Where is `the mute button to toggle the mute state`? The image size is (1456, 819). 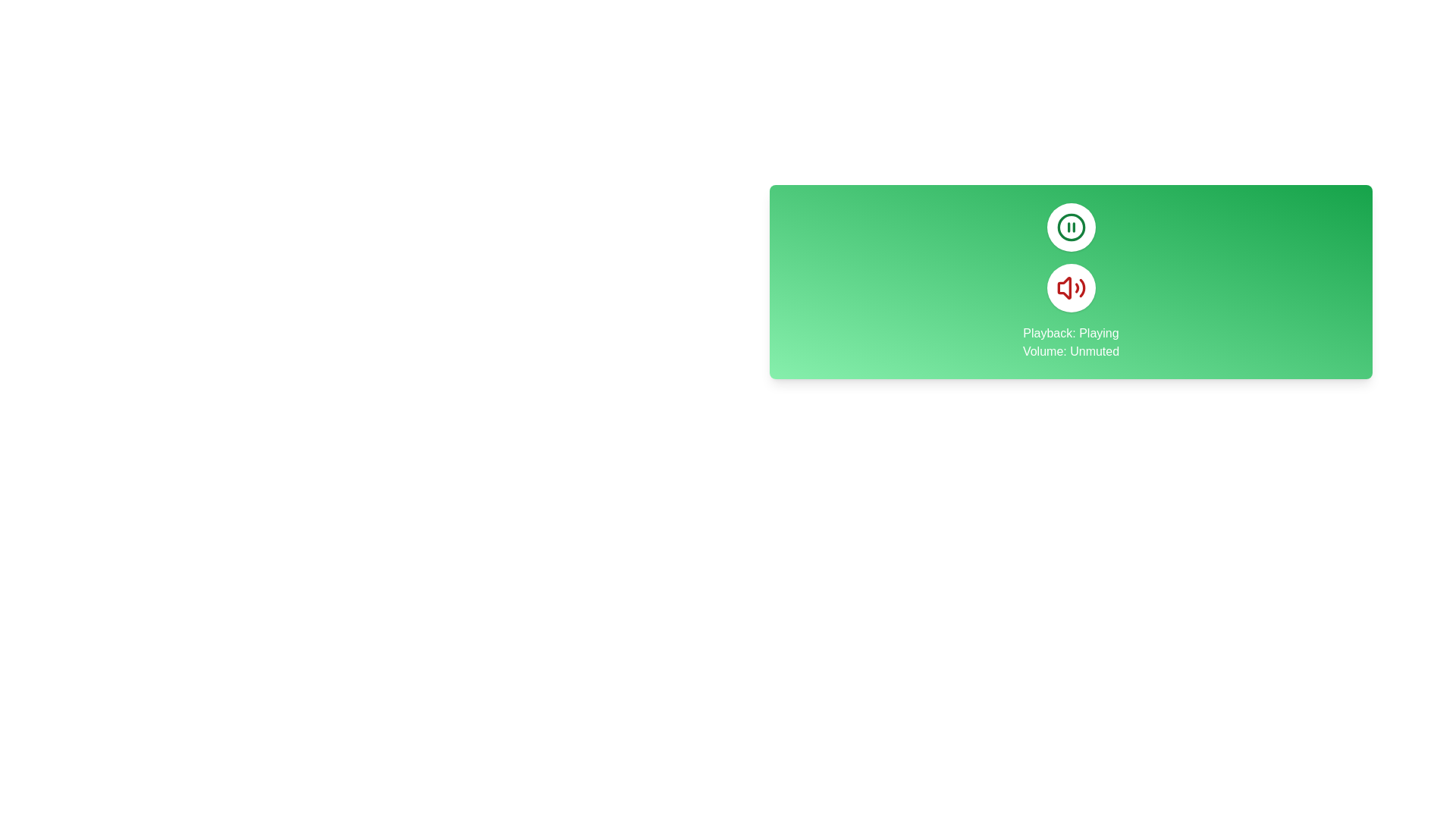
the mute button to toggle the mute state is located at coordinates (1070, 288).